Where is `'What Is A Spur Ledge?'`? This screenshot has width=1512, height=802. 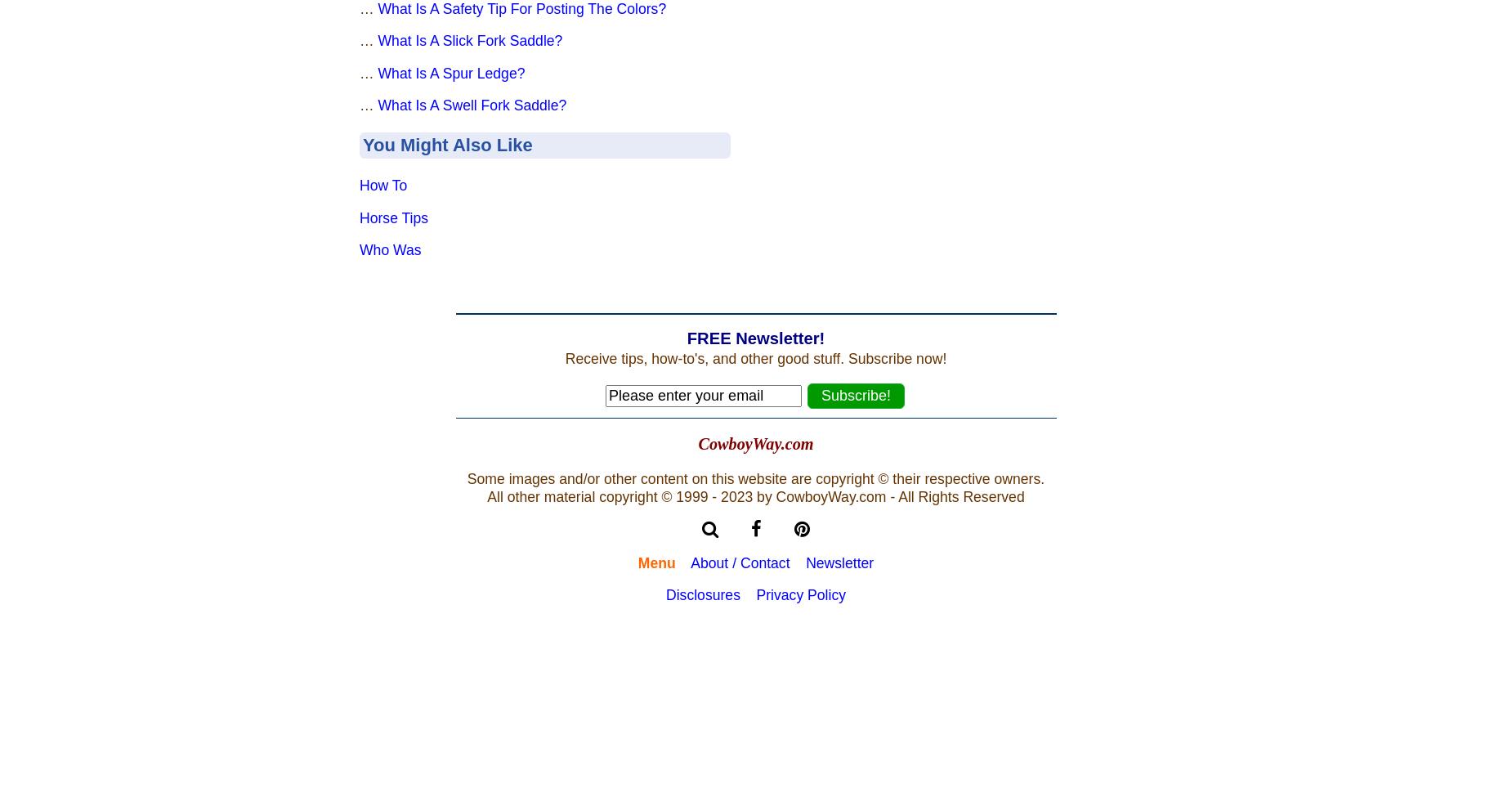 'What Is A Spur Ledge?' is located at coordinates (451, 71).